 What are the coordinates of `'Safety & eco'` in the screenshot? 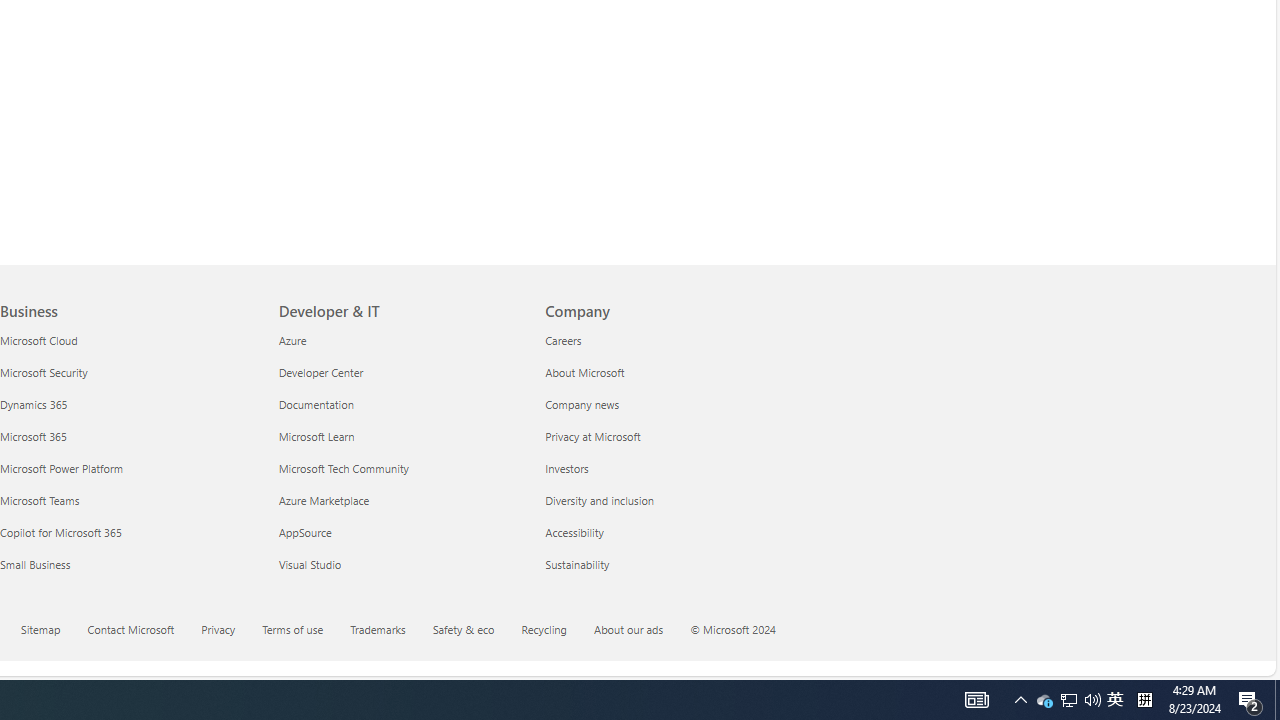 It's located at (463, 627).